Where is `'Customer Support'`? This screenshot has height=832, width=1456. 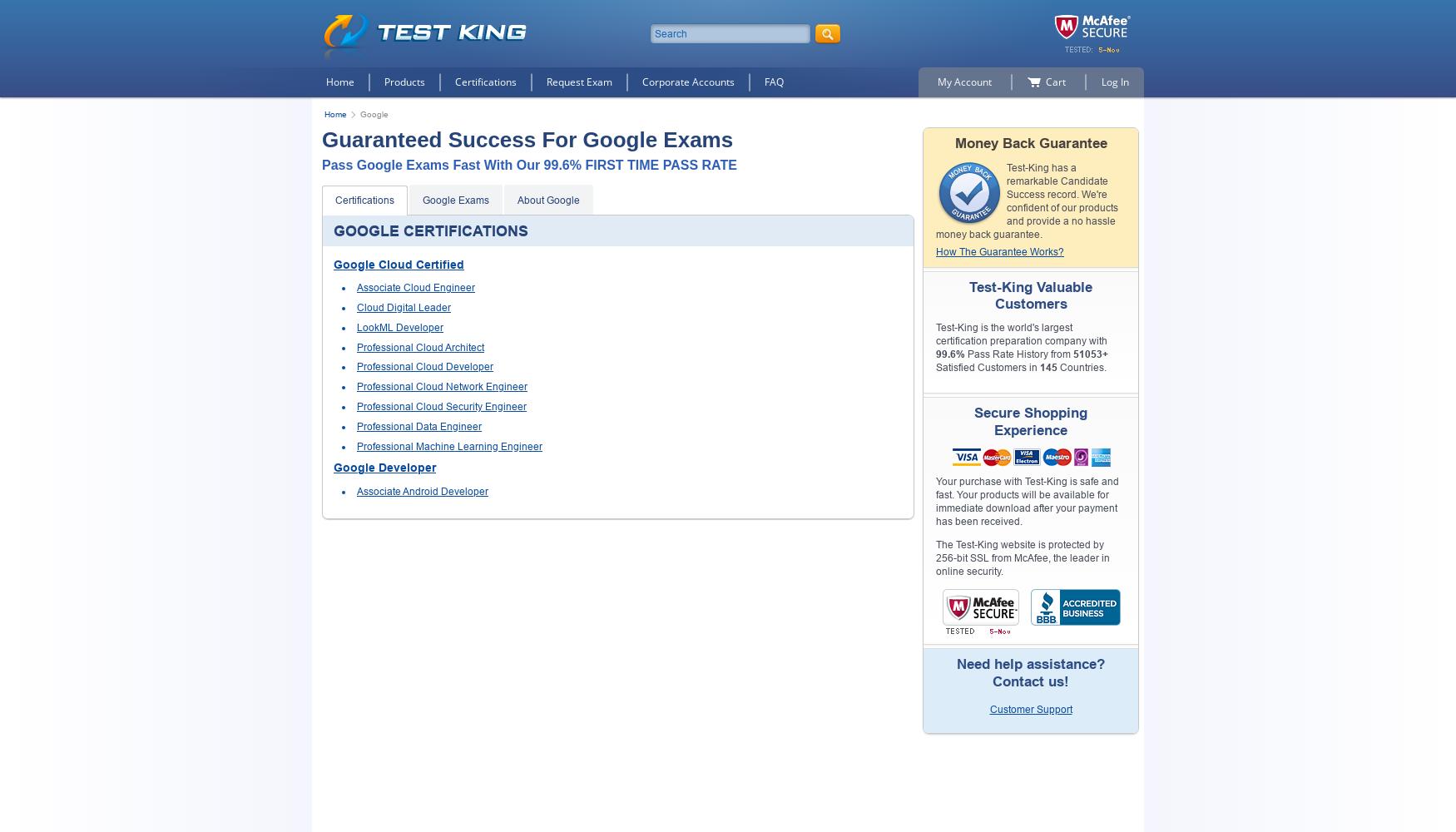 'Customer Support' is located at coordinates (1030, 709).